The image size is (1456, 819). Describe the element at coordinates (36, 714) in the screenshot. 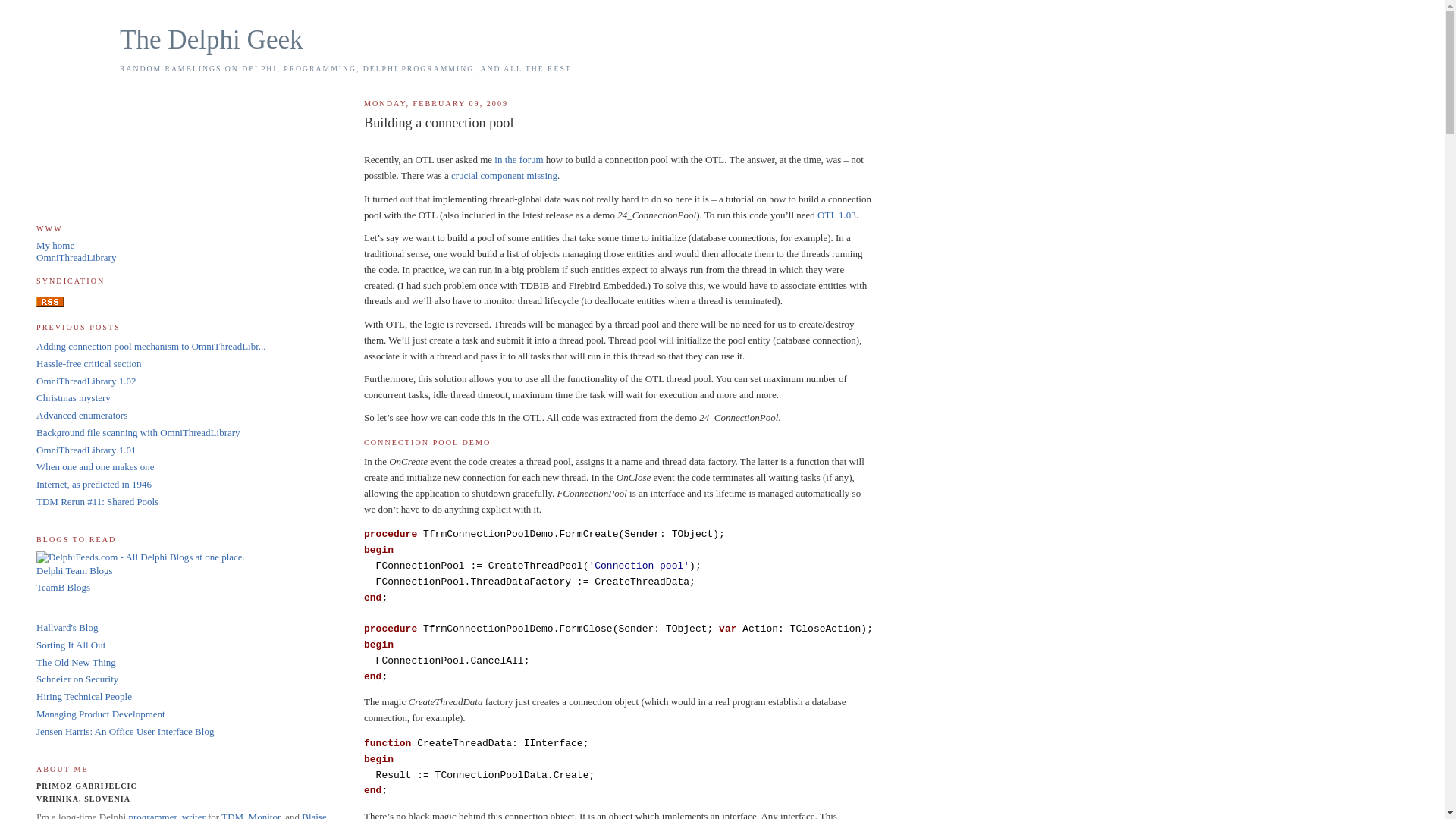

I see `'Managing Product Development'` at that location.